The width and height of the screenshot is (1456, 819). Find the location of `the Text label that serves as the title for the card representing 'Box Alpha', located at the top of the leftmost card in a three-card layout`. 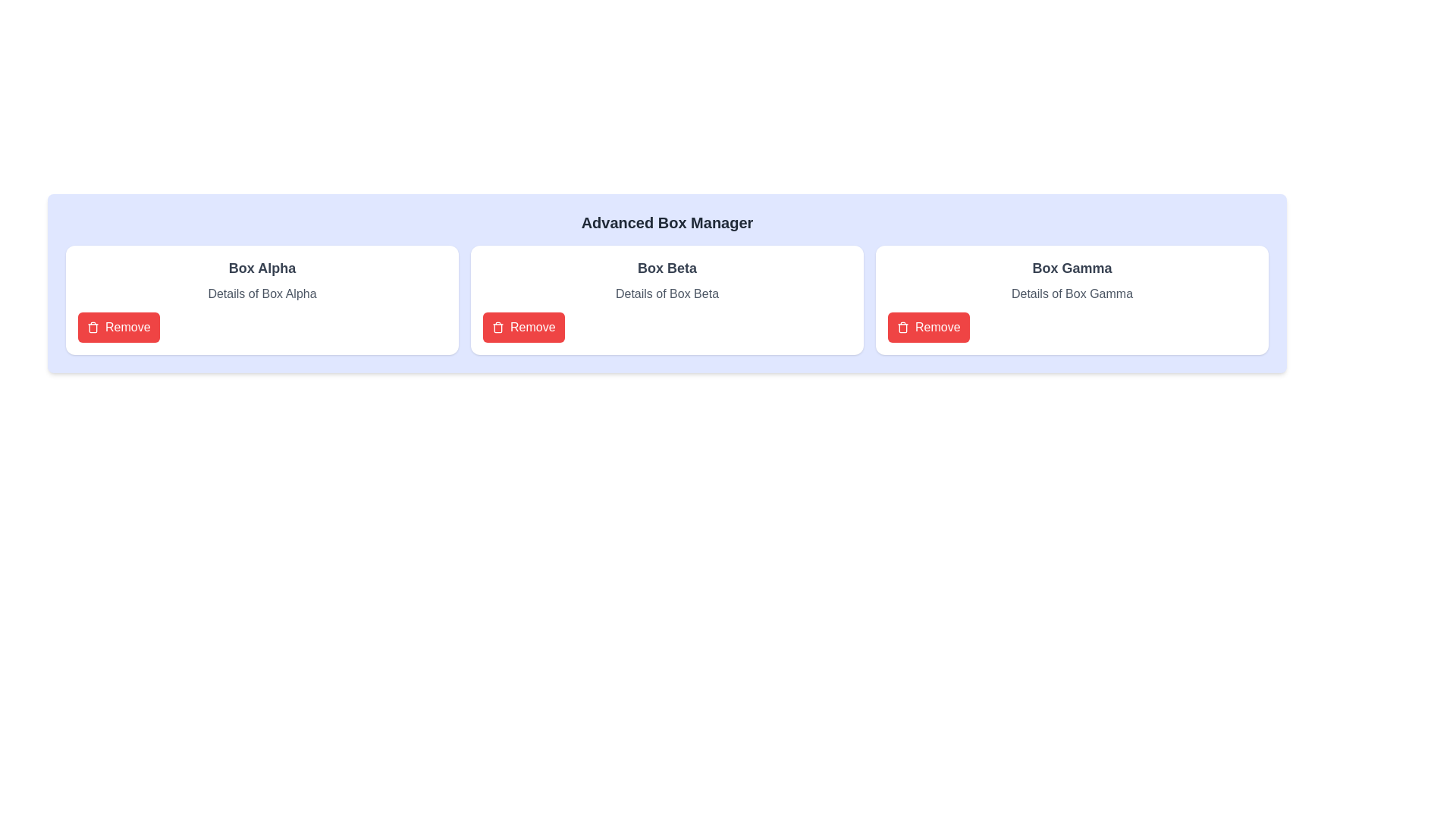

the Text label that serves as the title for the card representing 'Box Alpha', located at the top of the leftmost card in a three-card layout is located at coordinates (262, 268).